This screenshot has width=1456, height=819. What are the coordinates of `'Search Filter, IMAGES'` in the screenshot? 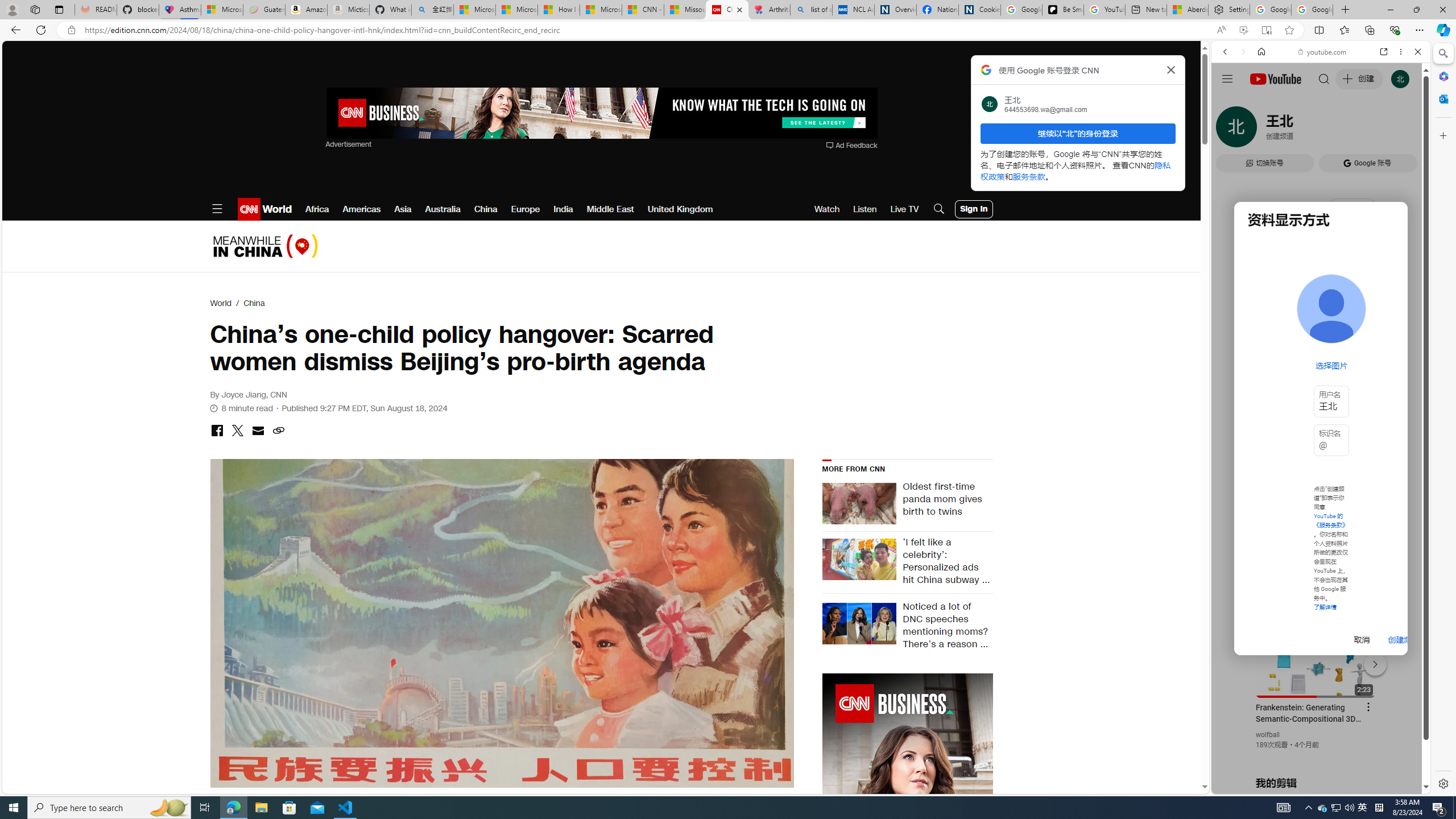 It's located at (1262, 129).